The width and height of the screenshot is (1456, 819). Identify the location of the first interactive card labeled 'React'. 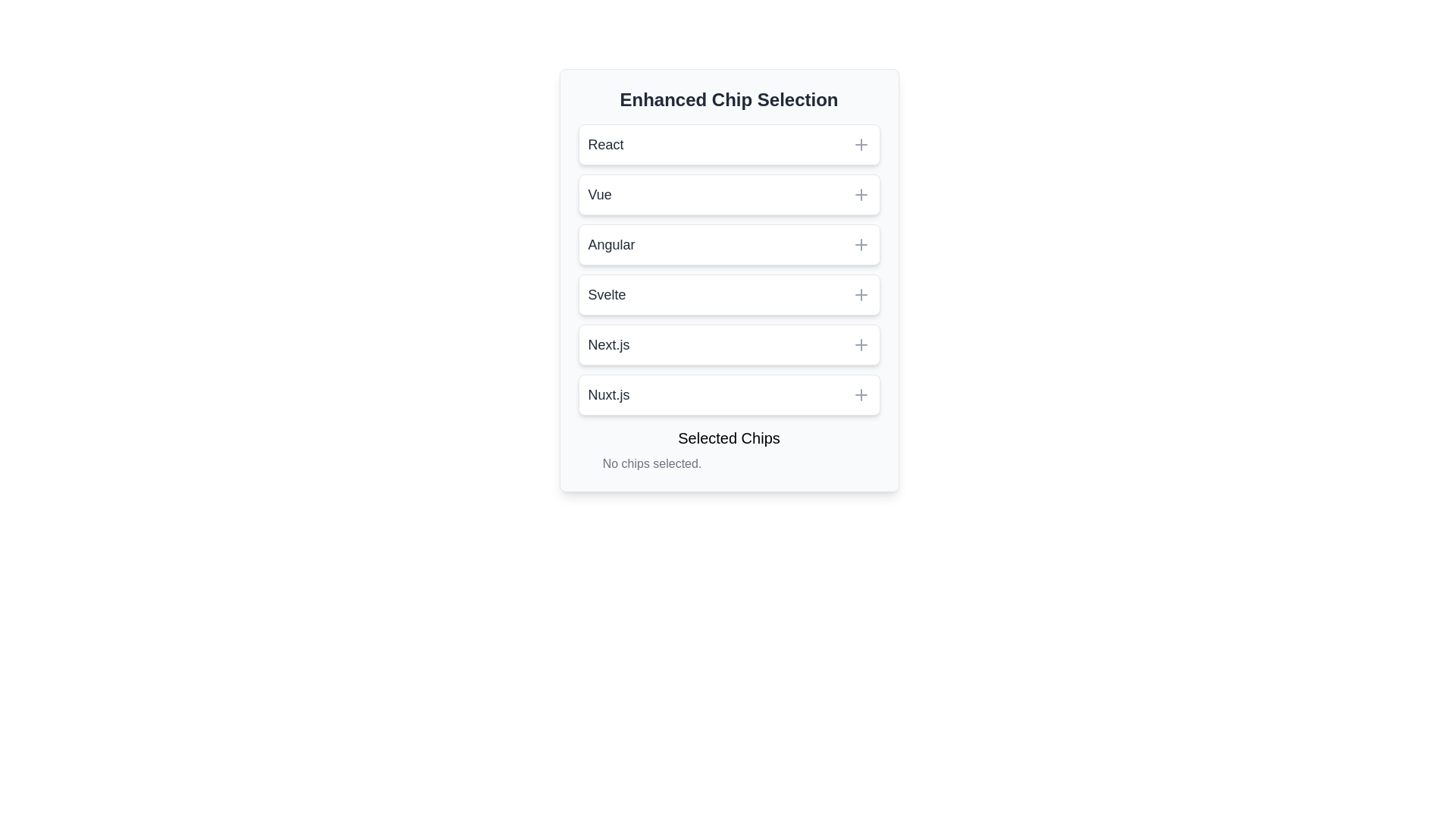
(729, 145).